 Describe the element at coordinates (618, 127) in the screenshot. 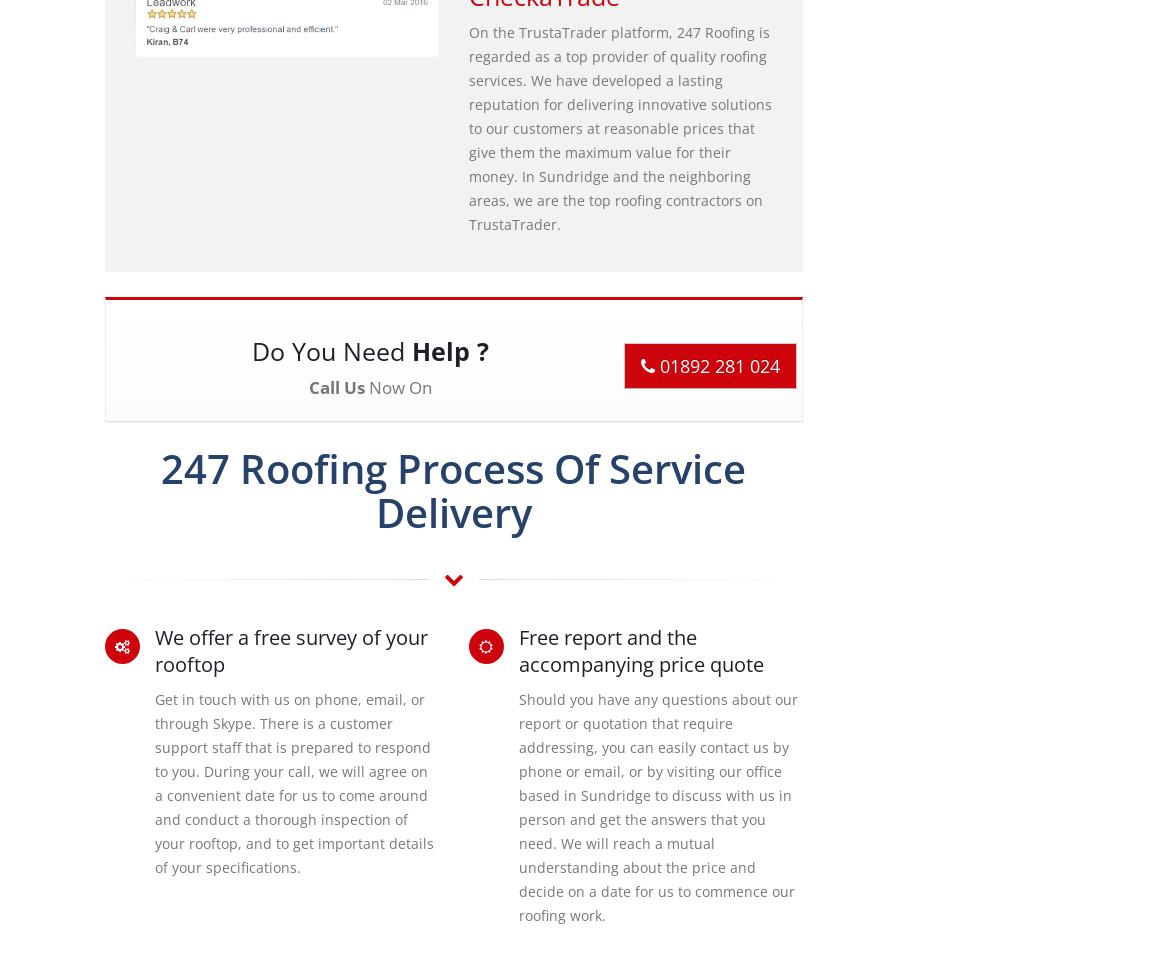

I see `'On the TrustaTrader platform, 247 Roofing is regarded as a top provider of quality roofing services. We have developed a lasting reputation for delivering innovative solutions to our customers at reasonable prices that give them the maximum value for their money. In Sundridge and the neighboring areas, we are the top roofing contractors on TrustaTrader.'` at that location.